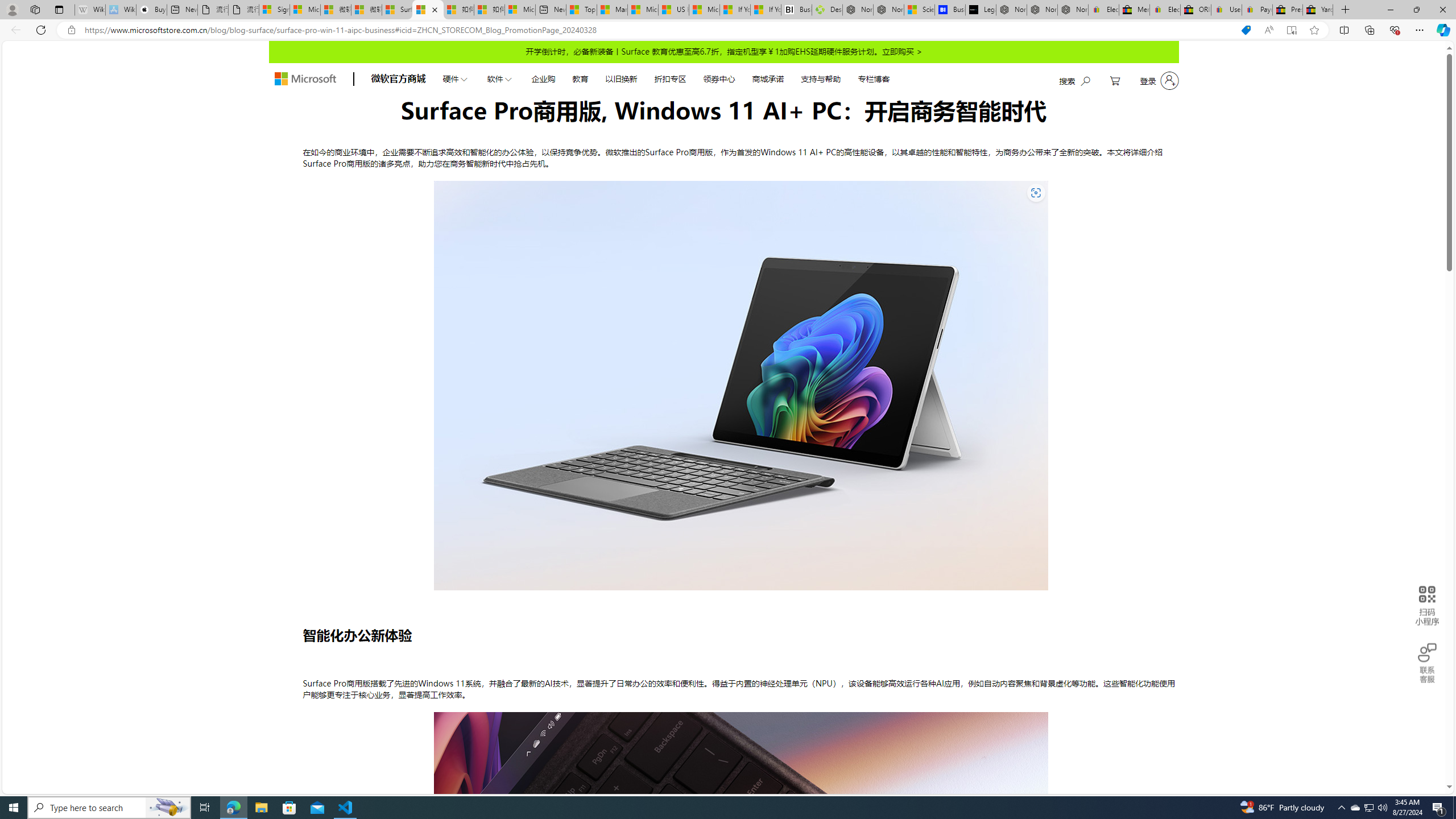 The height and width of the screenshot is (819, 1456). Describe the element at coordinates (151, 9) in the screenshot. I see `'Buy iPad - Apple'` at that location.